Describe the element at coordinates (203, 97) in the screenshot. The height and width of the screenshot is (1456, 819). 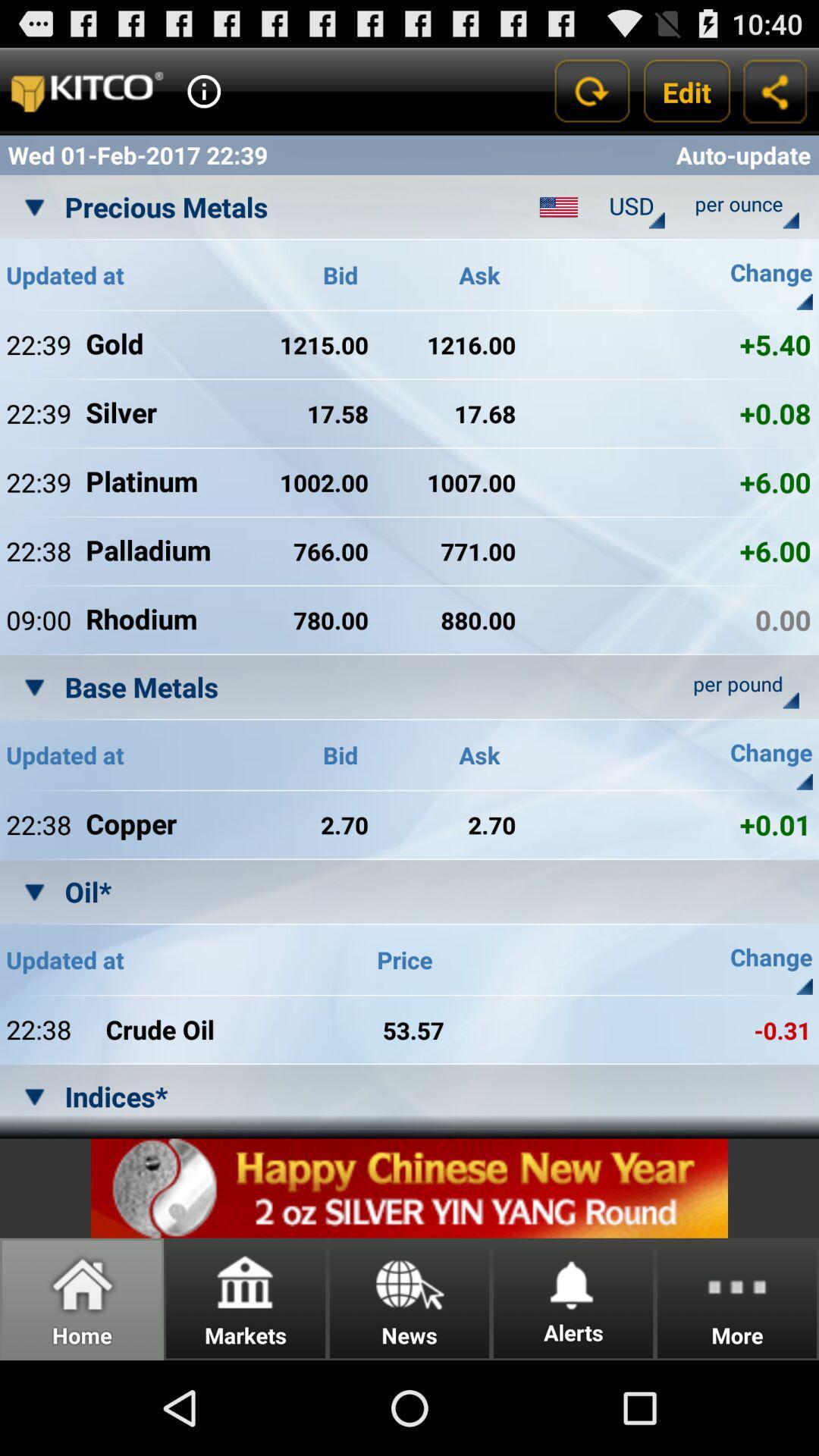
I see `the info icon` at that location.